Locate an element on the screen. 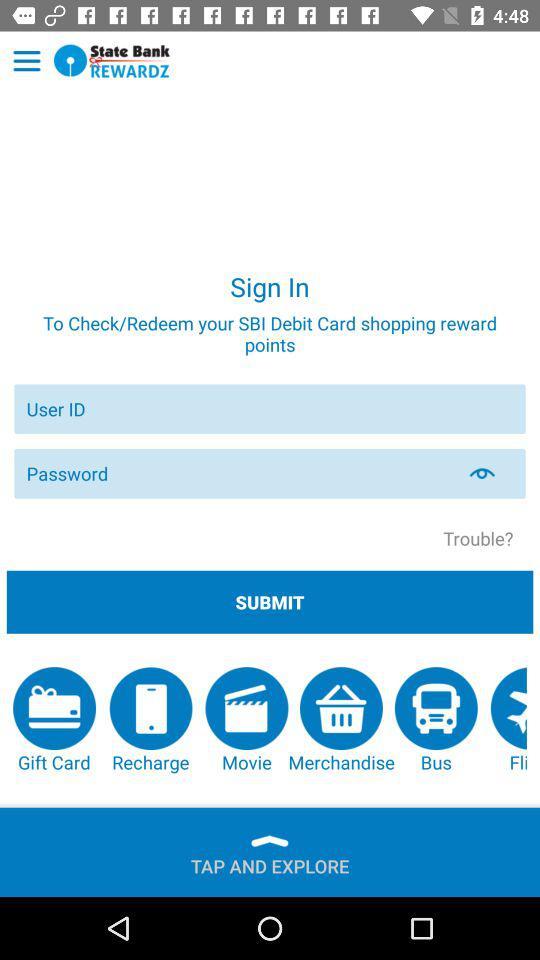  the icon below the submit is located at coordinates (246, 720).